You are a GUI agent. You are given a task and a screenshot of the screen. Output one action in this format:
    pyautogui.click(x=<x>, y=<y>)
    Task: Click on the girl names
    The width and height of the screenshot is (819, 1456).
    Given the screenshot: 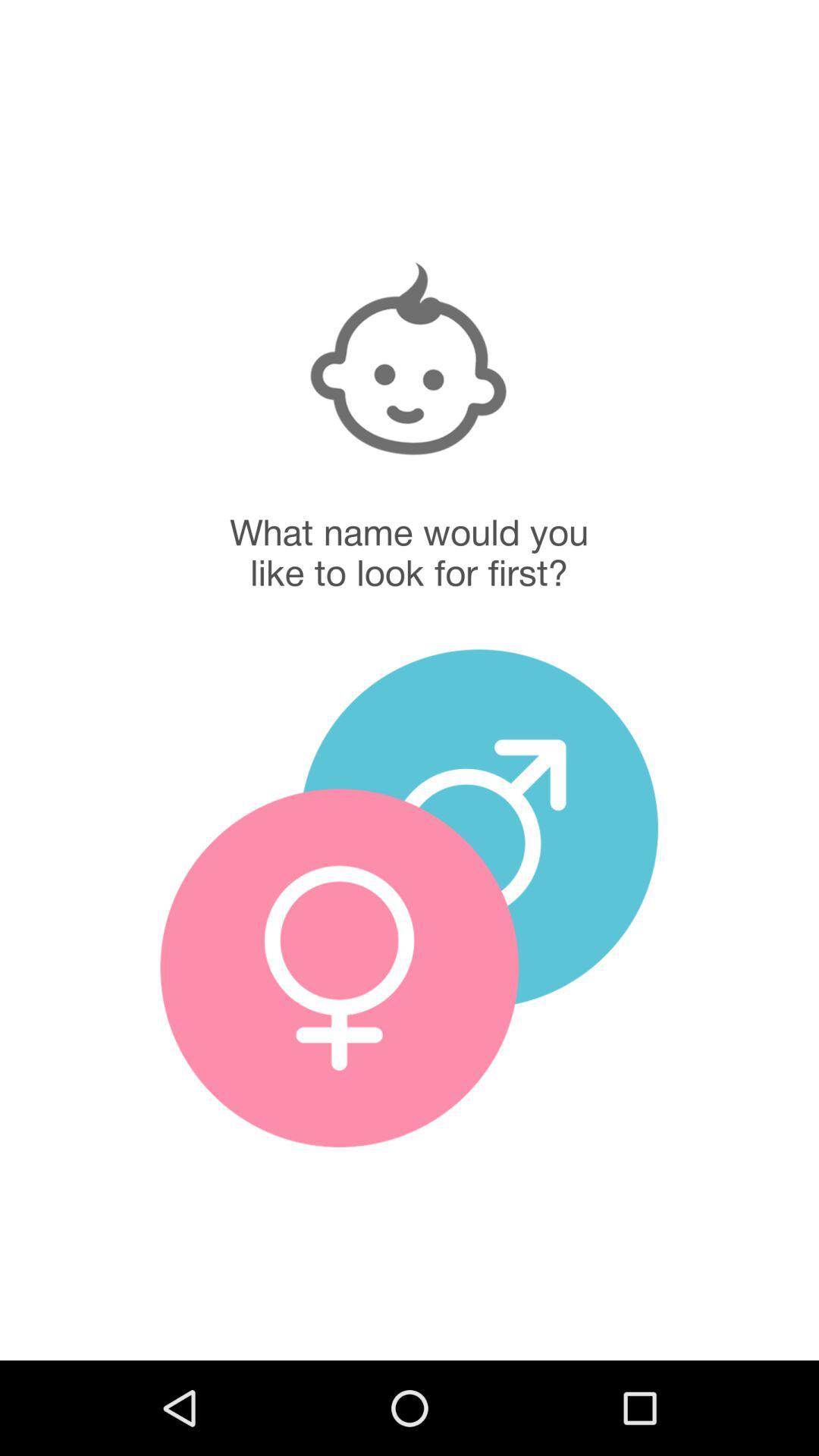 What is the action you would take?
    pyautogui.click(x=338, y=967)
    